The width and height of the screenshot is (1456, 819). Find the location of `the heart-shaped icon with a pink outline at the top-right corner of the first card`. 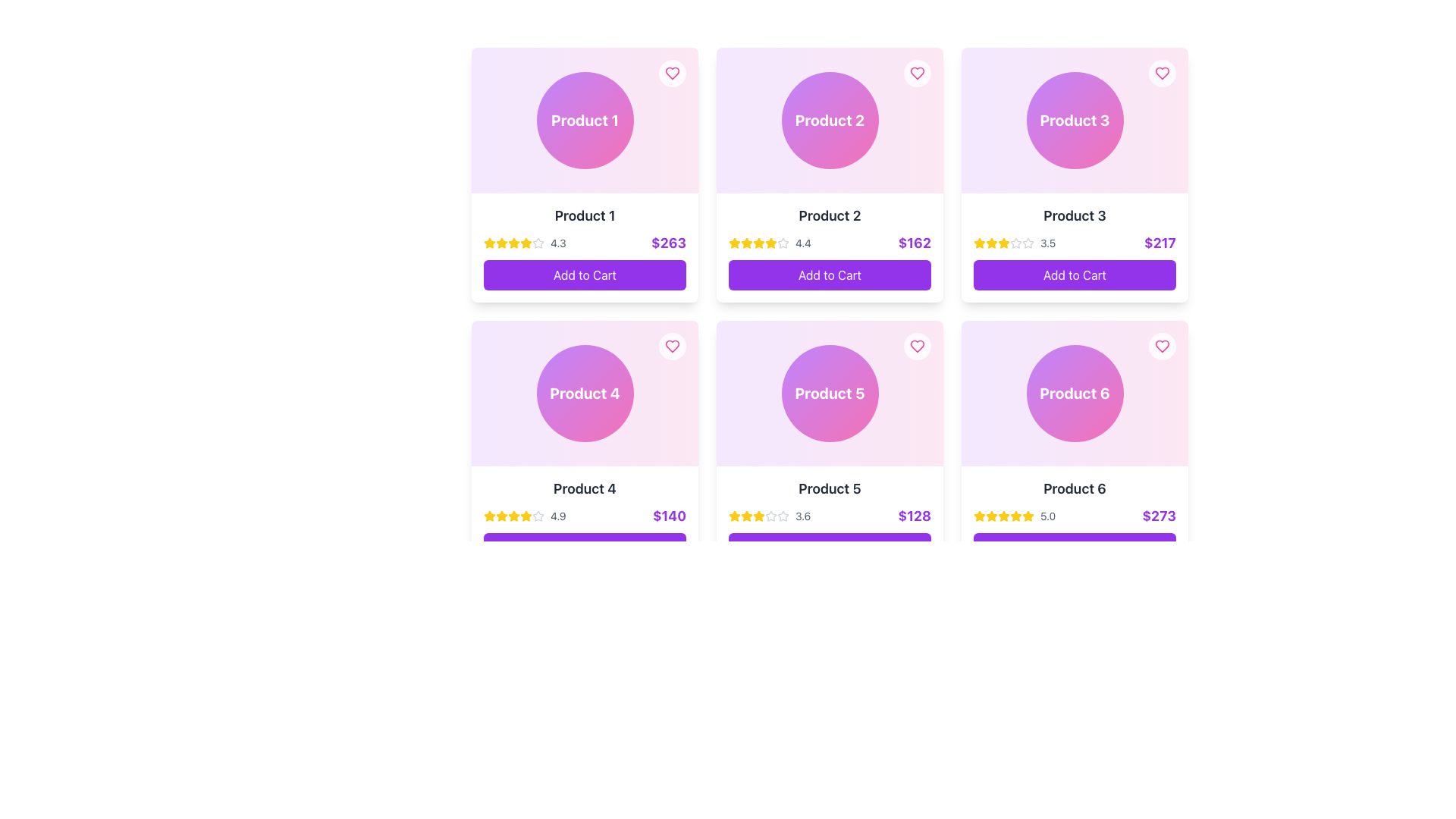

the heart-shaped icon with a pink outline at the top-right corner of the first card is located at coordinates (672, 73).